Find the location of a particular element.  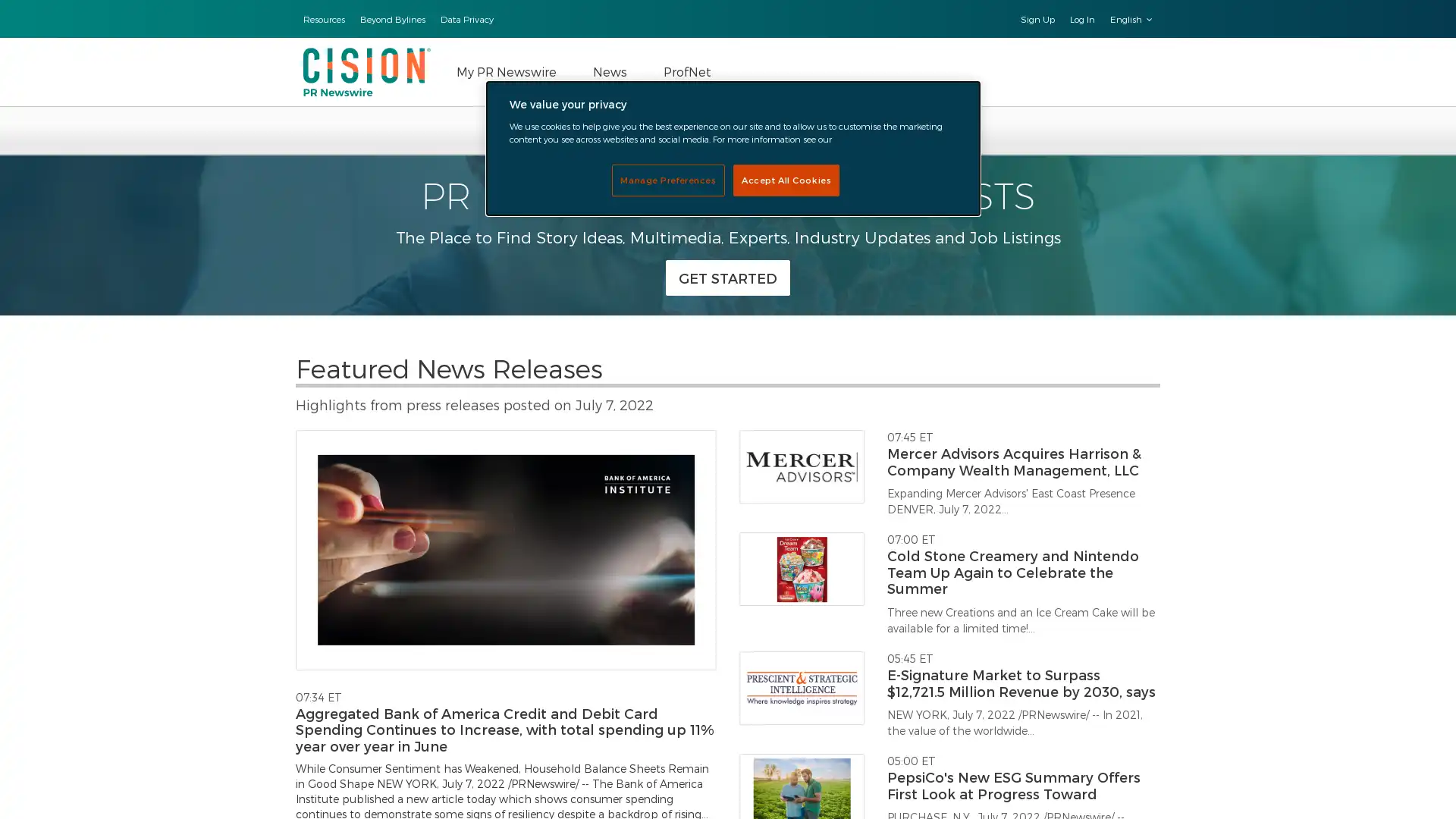

Accept All Cookies is located at coordinates (786, 178).